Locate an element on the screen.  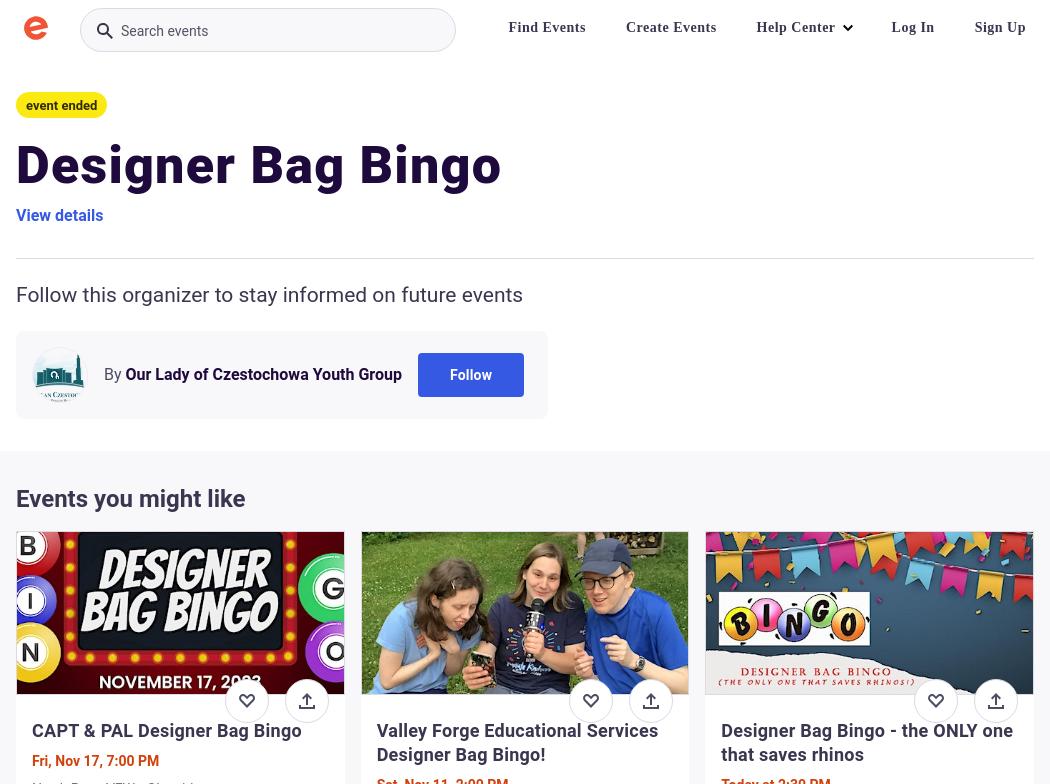
'Log In' is located at coordinates (912, 26).